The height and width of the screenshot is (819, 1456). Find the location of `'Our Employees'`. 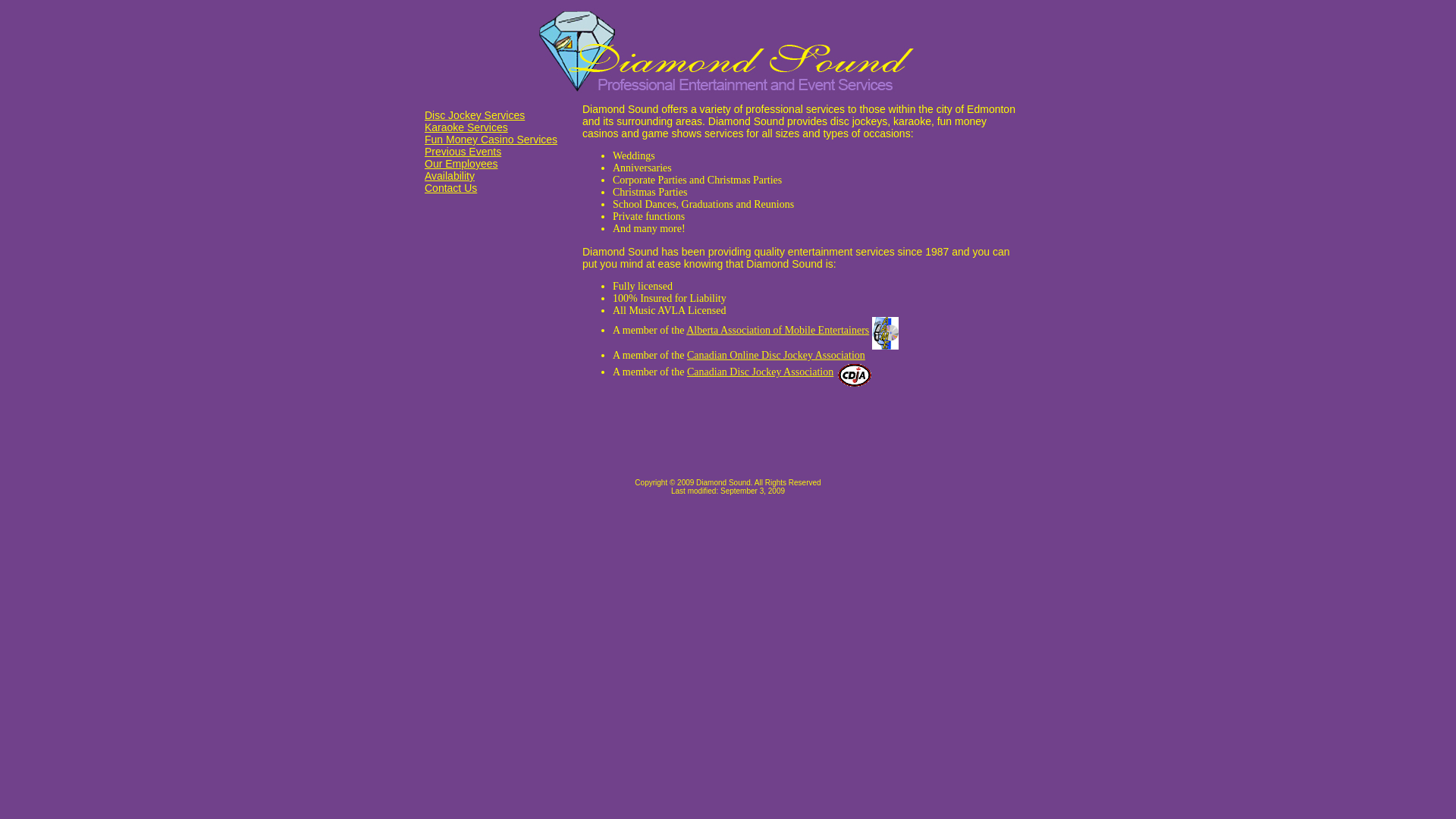

'Our Employees' is located at coordinates (460, 164).